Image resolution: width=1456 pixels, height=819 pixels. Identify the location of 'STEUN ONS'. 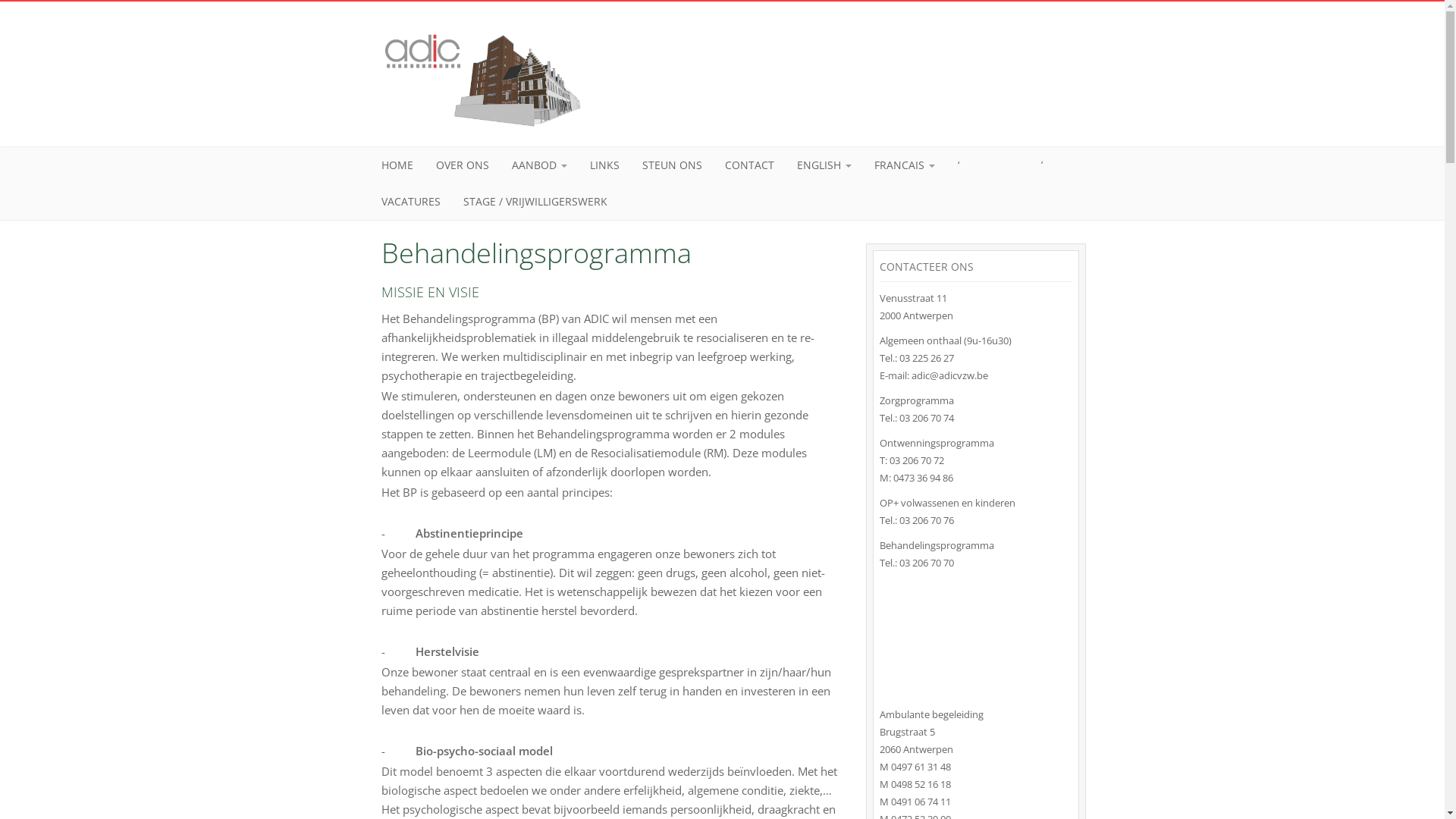
(671, 165).